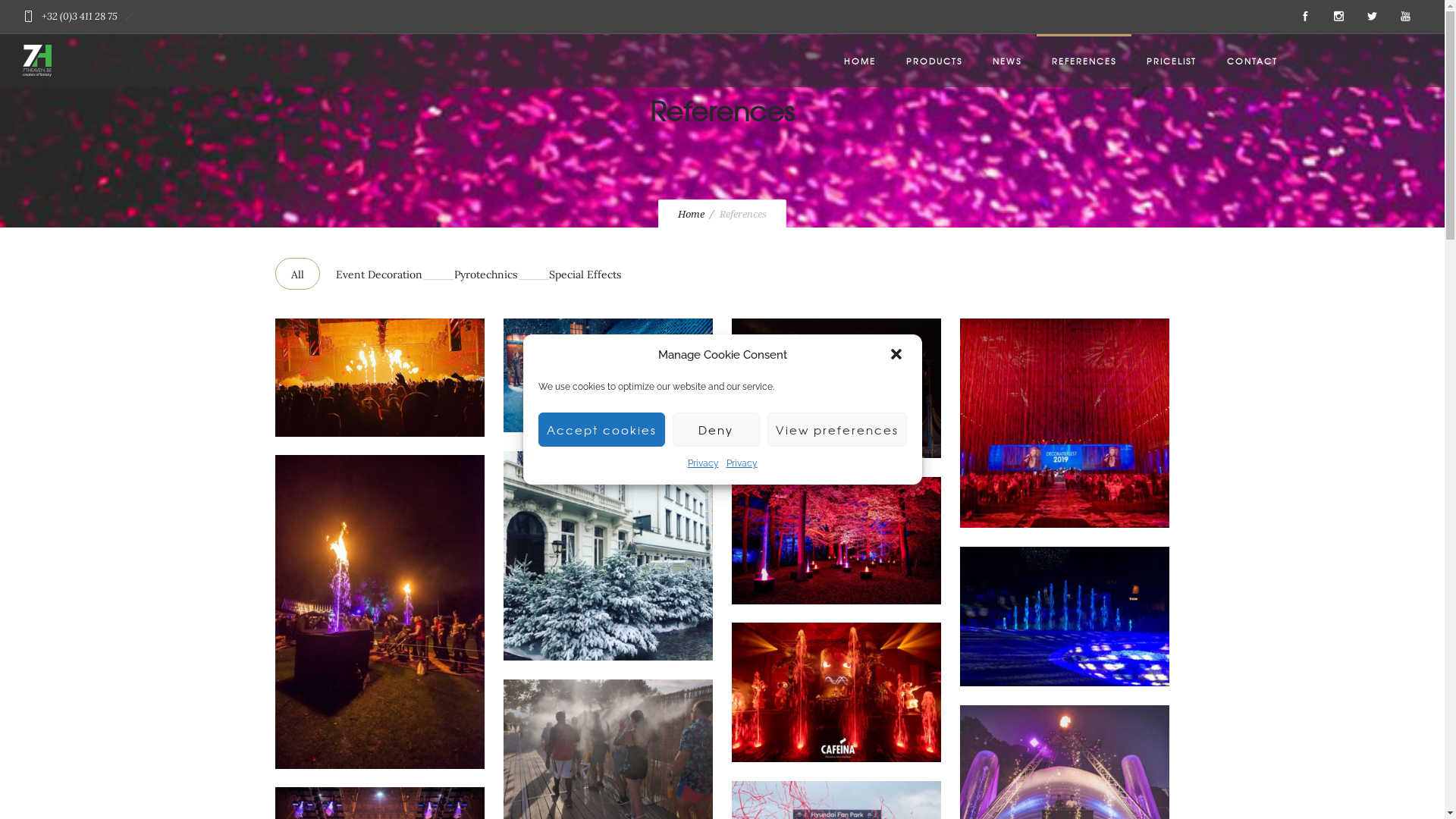  What do you see at coordinates (1211, 60) in the screenshot?
I see `'CONTACT'` at bounding box center [1211, 60].